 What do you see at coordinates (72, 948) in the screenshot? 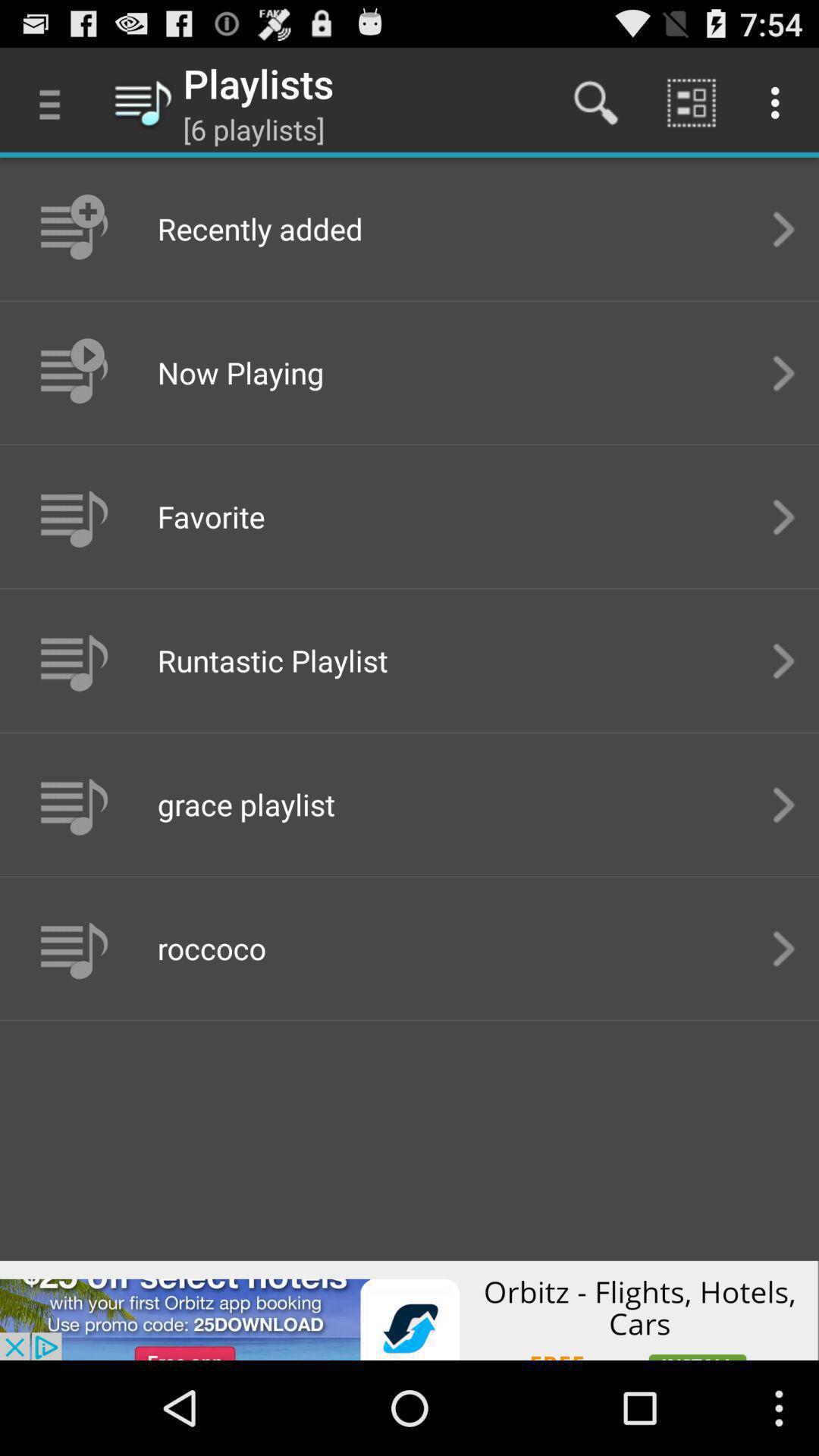
I see `last music icon` at bounding box center [72, 948].